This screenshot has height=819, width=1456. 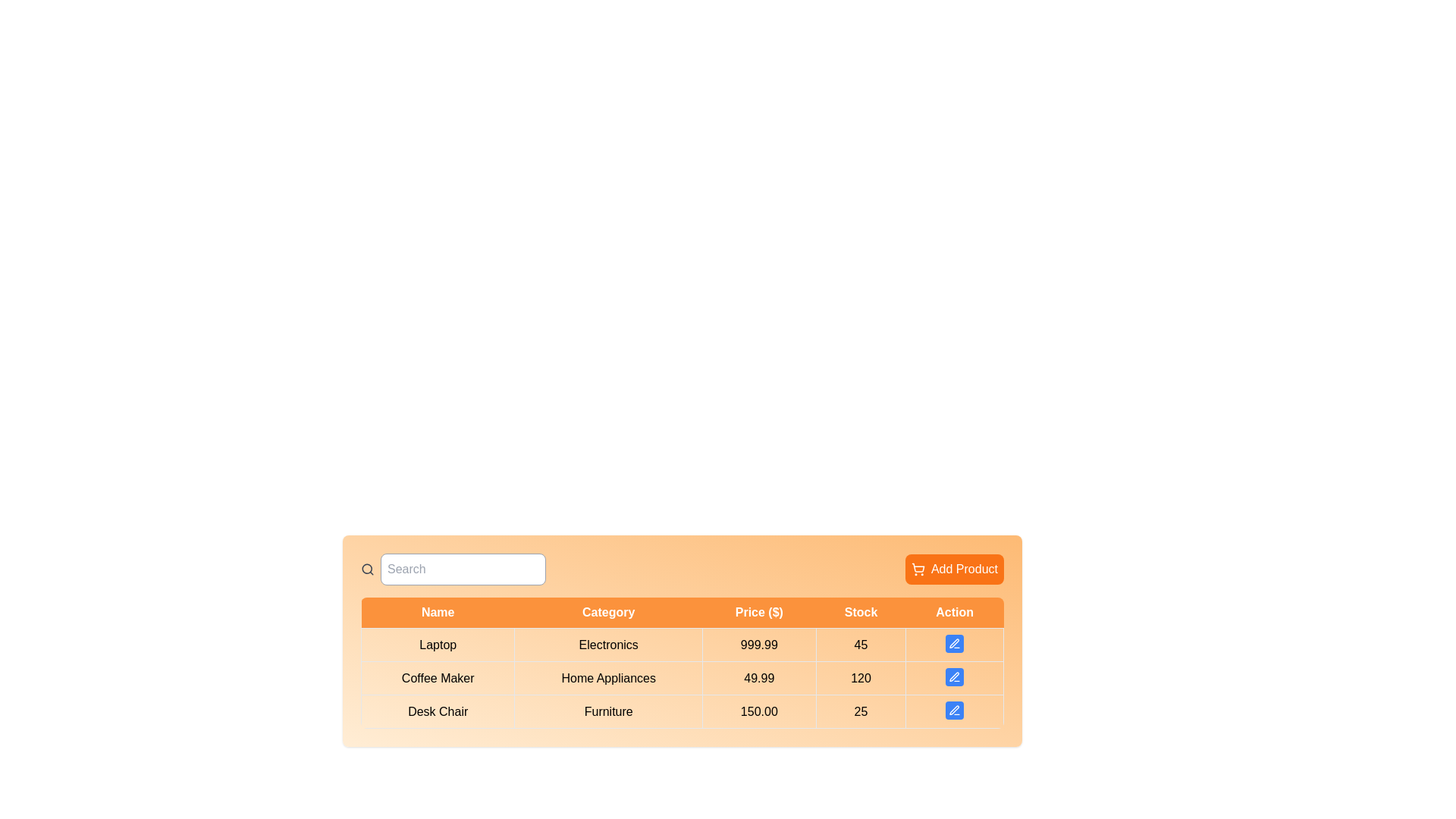 What do you see at coordinates (437, 612) in the screenshot?
I see `the 'Name' column header in the table, which is the first header element located to the far left, adjacent to the 'Category' header` at bounding box center [437, 612].